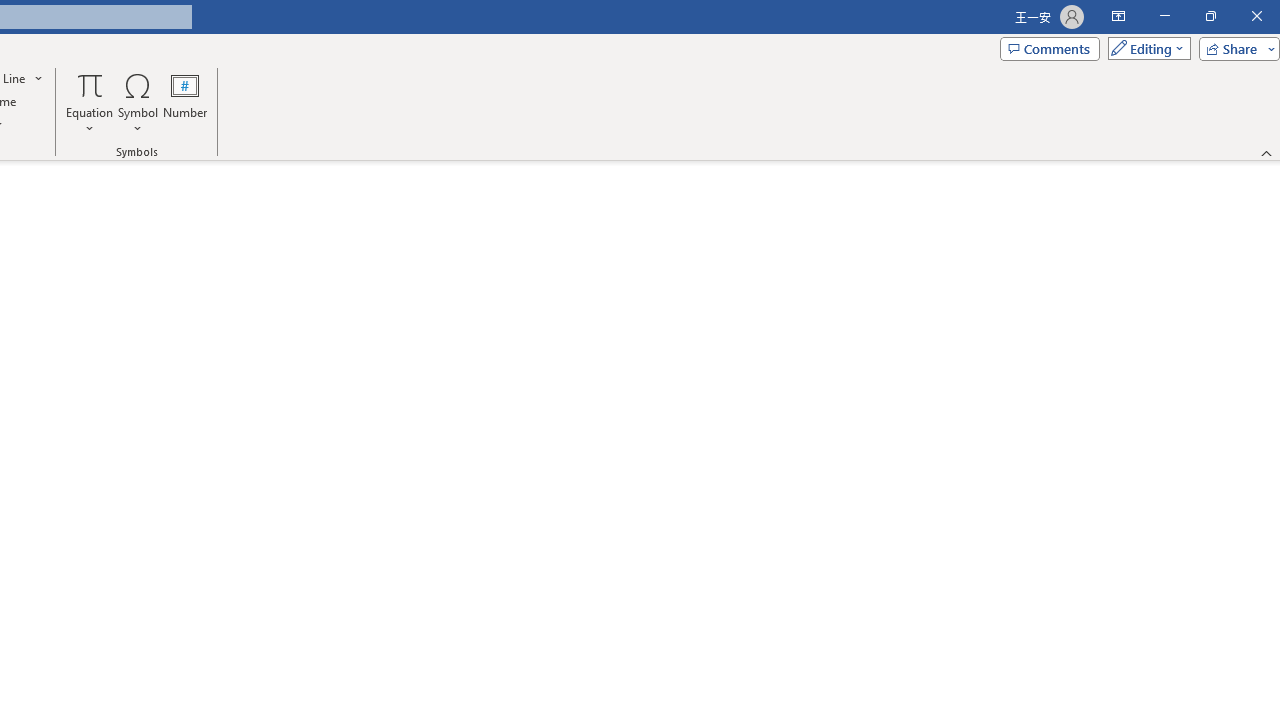 Image resolution: width=1280 pixels, height=720 pixels. I want to click on 'Equation', so click(89, 84).